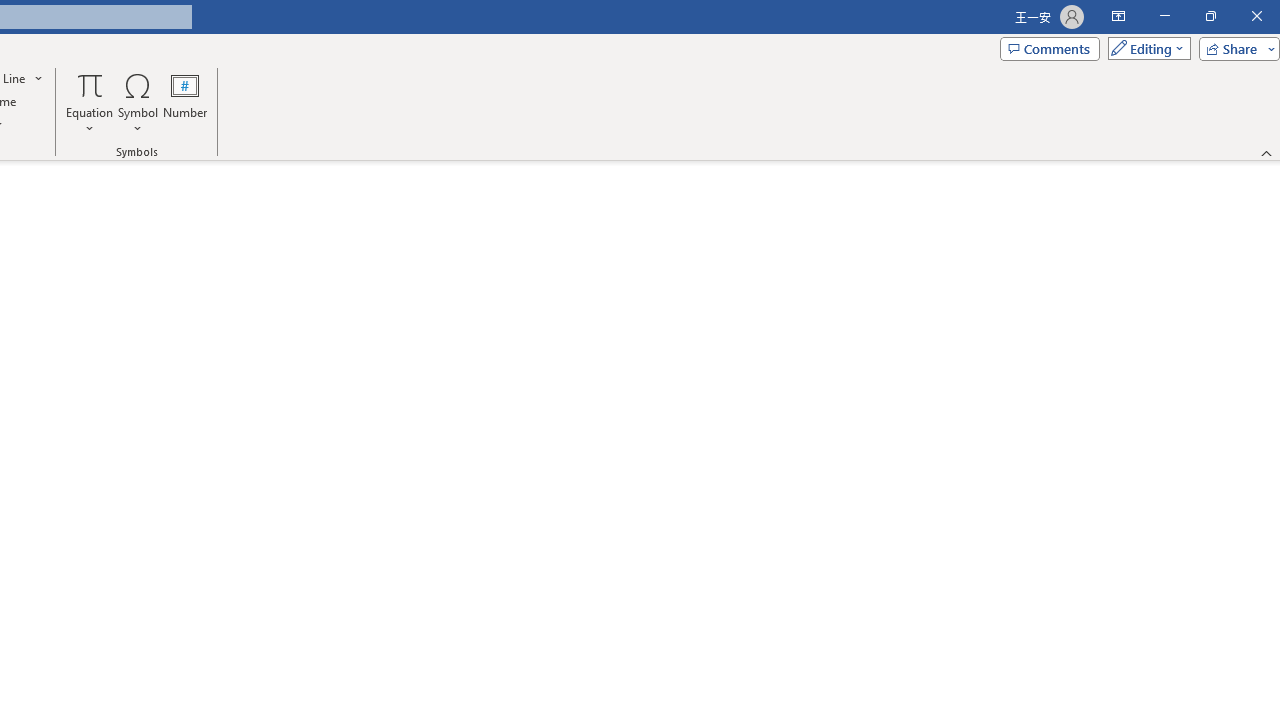 Image resolution: width=1280 pixels, height=720 pixels. I want to click on 'Equation', so click(89, 84).